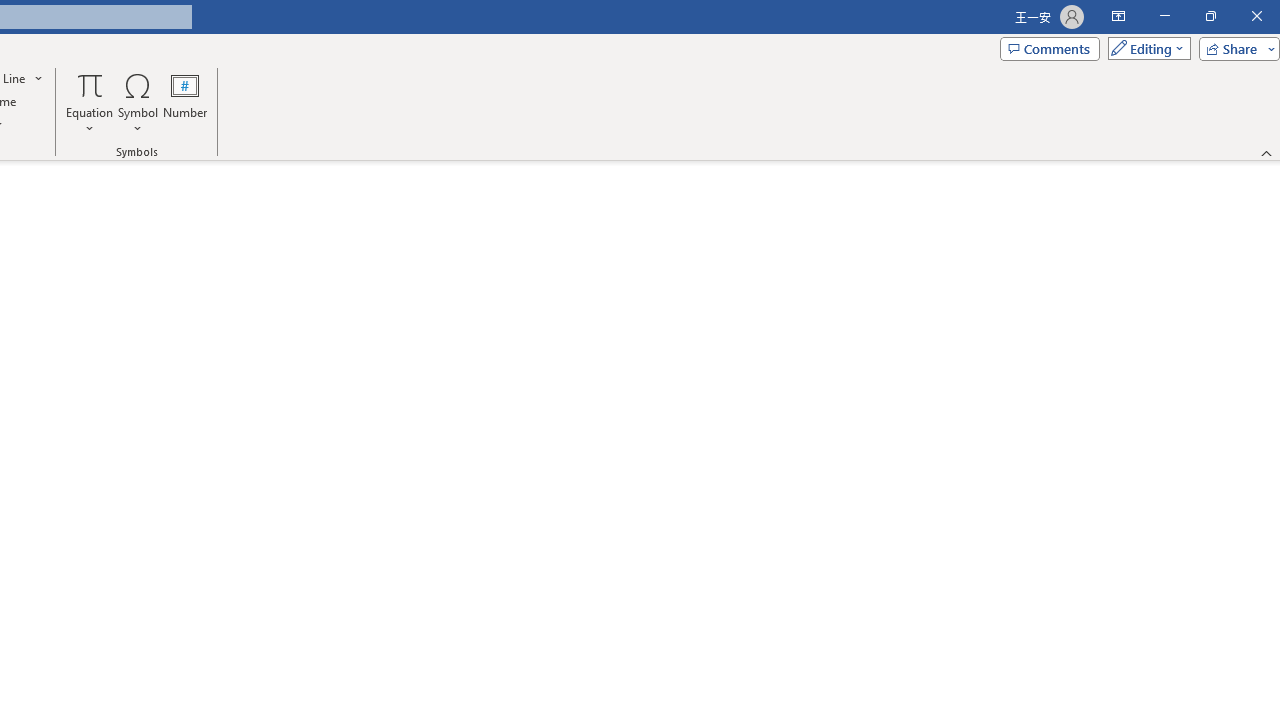 Image resolution: width=1280 pixels, height=720 pixels. I want to click on 'Equation', so click(89, 84).